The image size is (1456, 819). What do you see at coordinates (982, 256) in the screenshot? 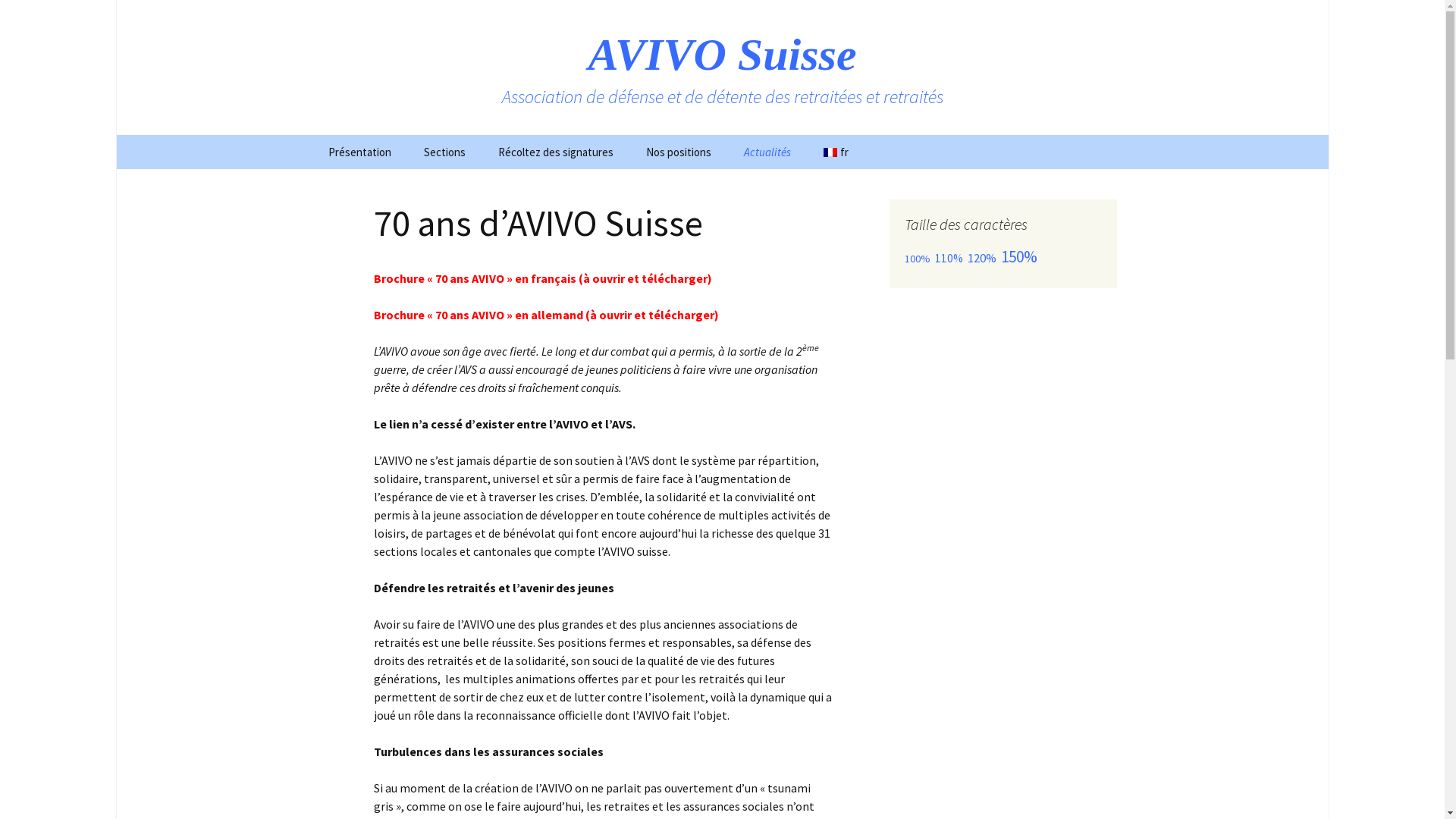
I see `'120%'` at bounding box center [982, 256].